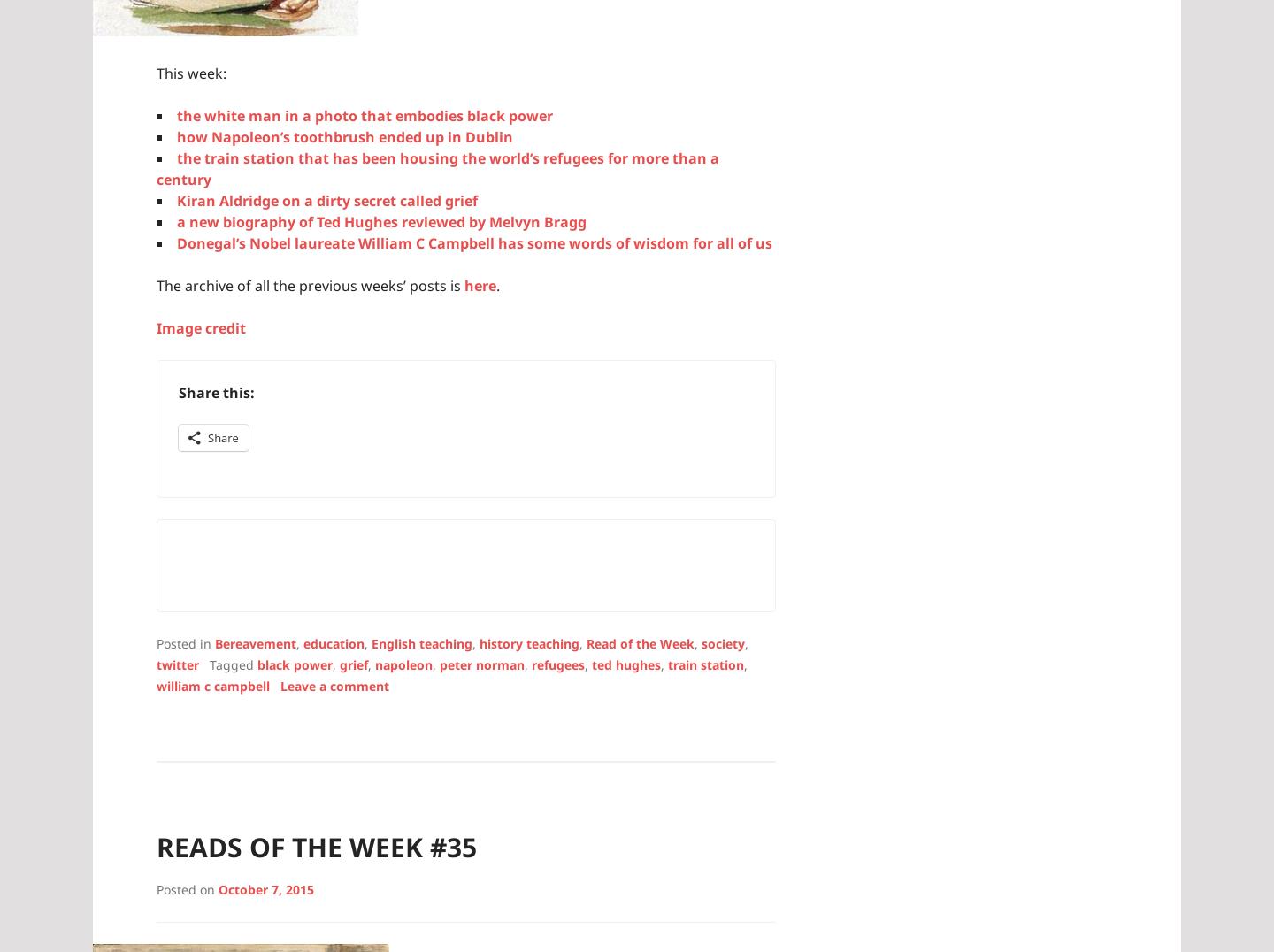  What do you see at coordinates (706, 663) in the screenshot?
I see `'train station'` at bounding box center [706, 663].